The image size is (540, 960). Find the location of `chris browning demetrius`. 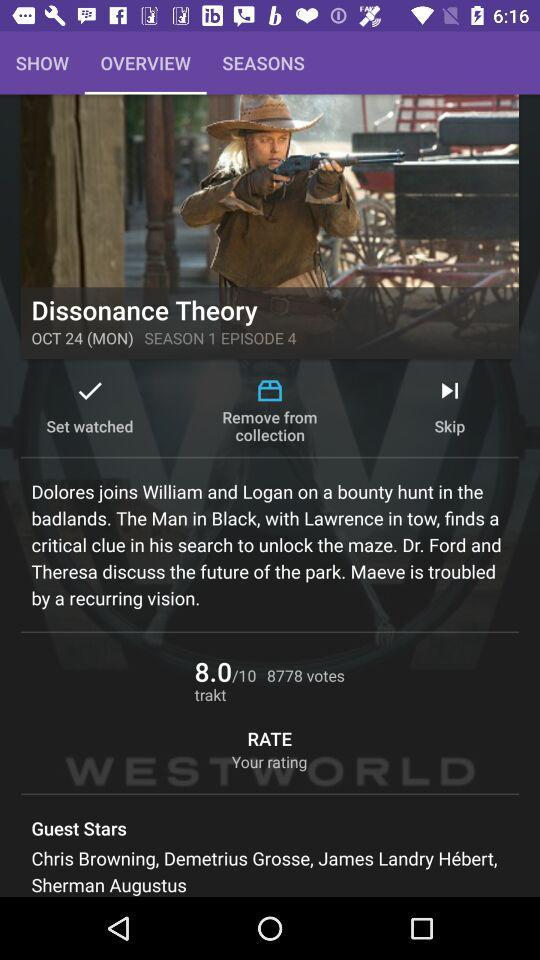

chris browning demetrius is located at coordinates (270, 870).